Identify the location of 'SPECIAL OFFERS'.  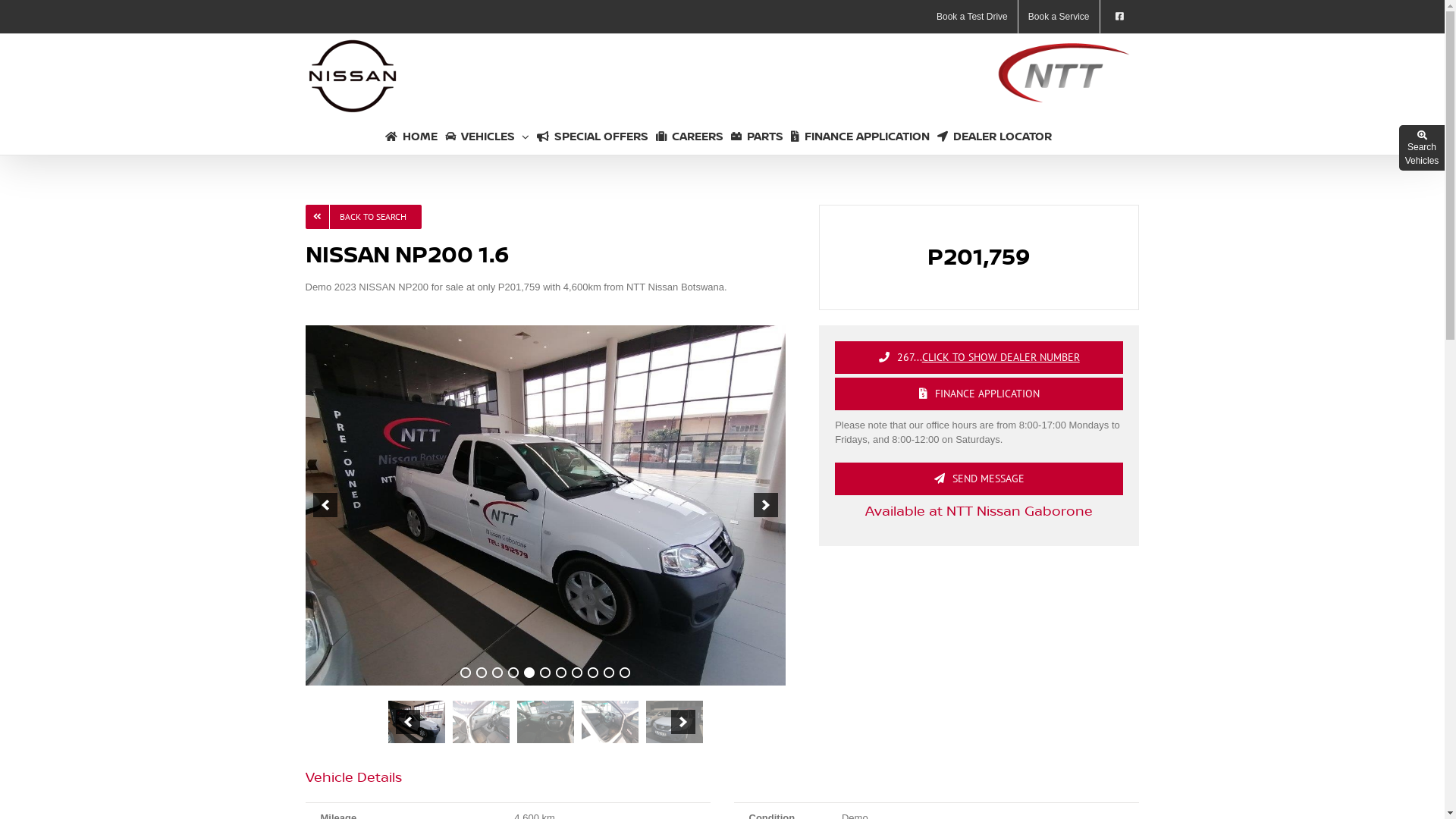
(537, 134).